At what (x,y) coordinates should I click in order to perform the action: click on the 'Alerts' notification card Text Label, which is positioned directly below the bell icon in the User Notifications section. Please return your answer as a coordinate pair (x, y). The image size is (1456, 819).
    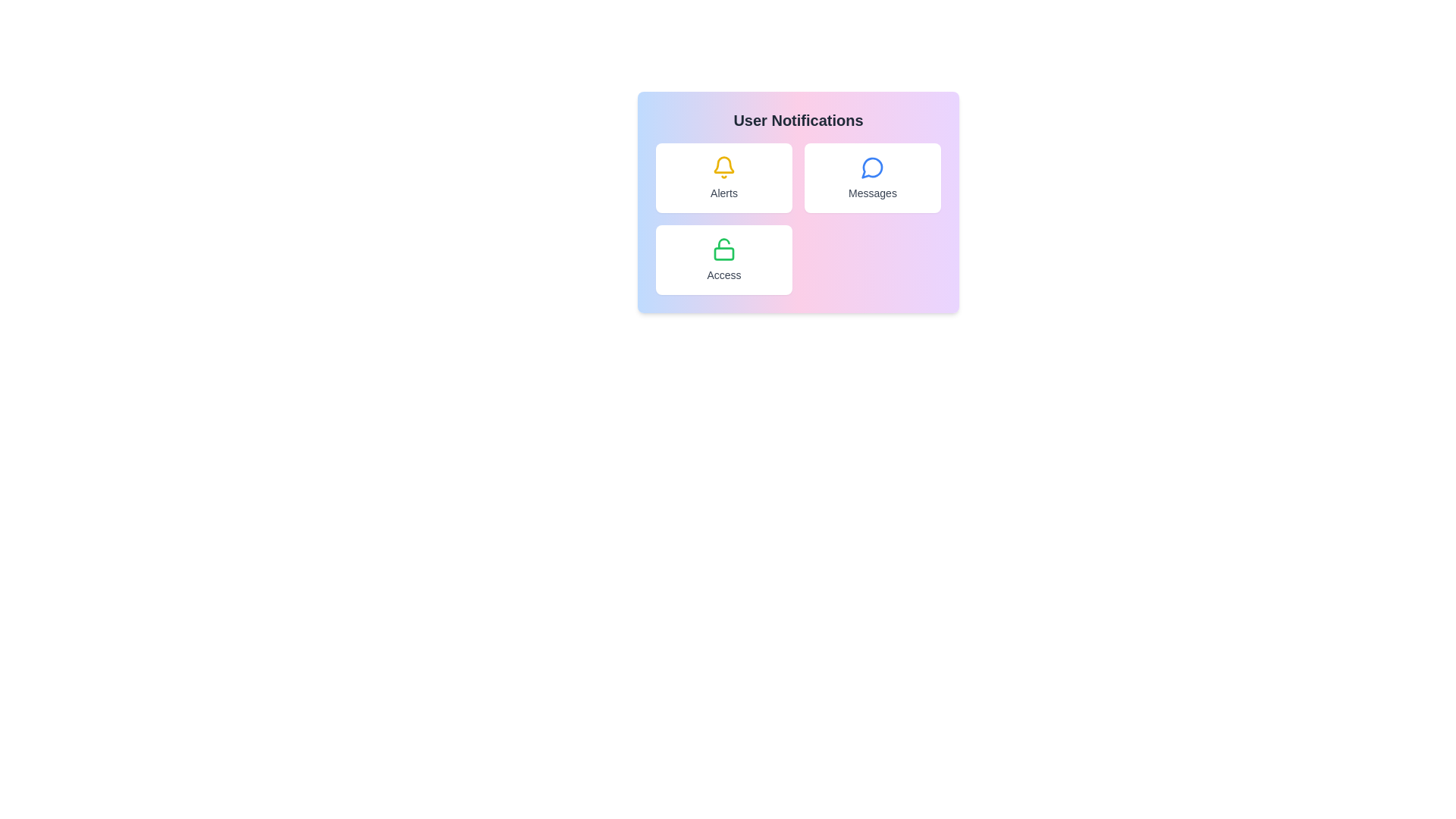
    Looking at the image, I should click on (723, 192).